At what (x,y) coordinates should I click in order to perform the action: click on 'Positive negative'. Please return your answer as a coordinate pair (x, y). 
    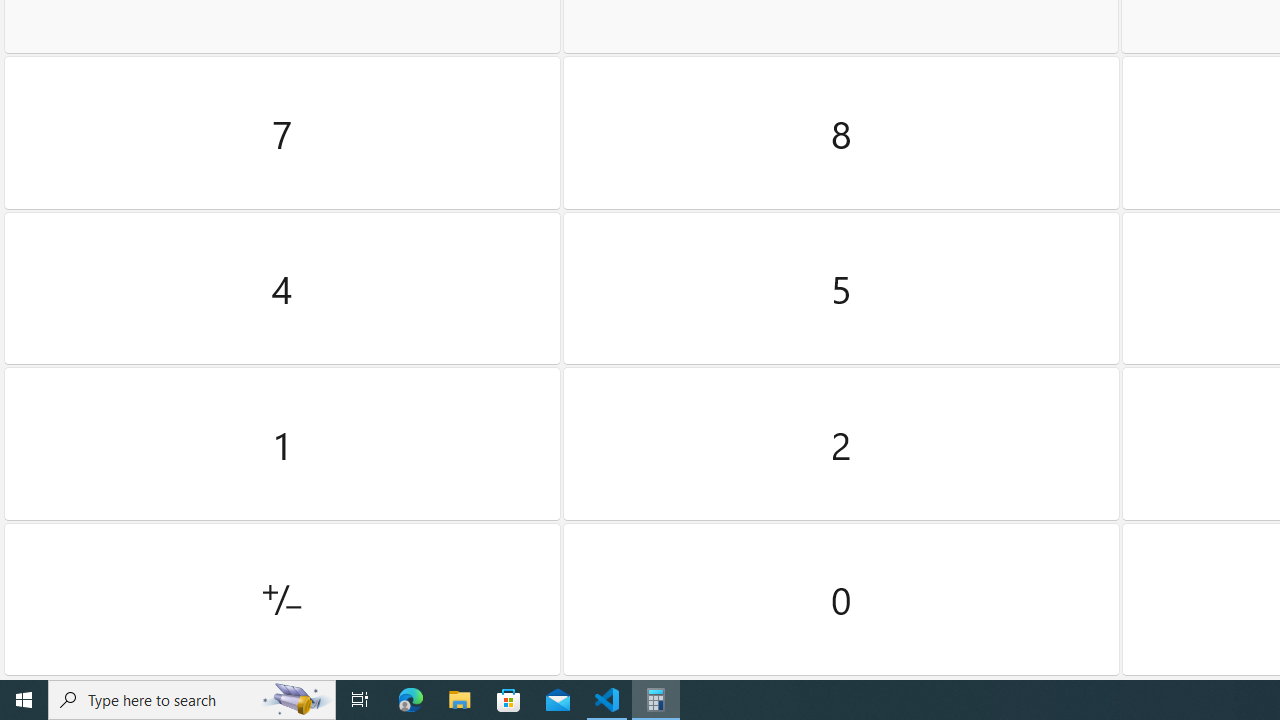
    Looking at the image, I should click on (281, 598).